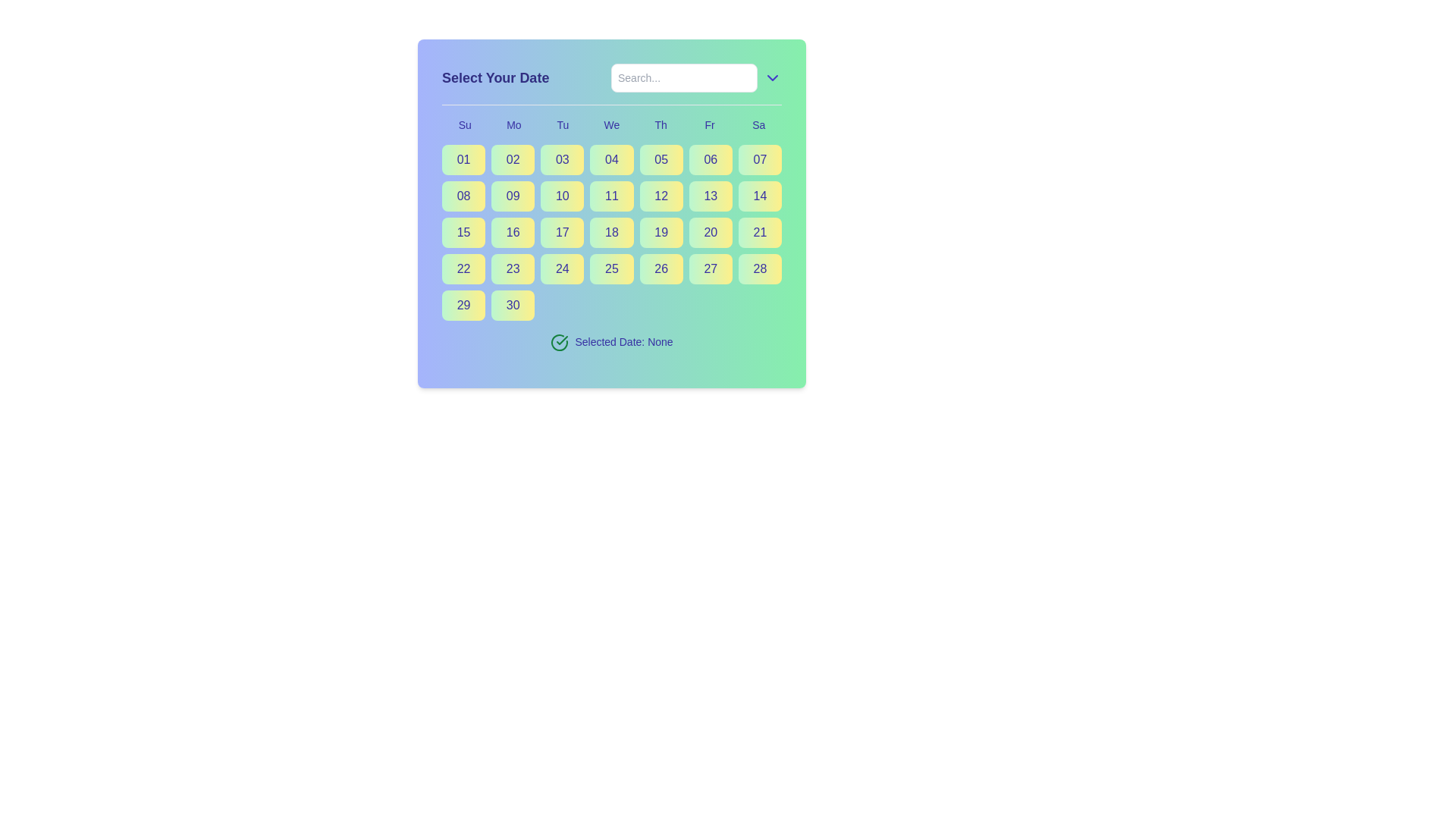  I want to click on the selectable day button representing the date '28' in the calendar interface, specifically located in the sixth position from the left in the last row, corresponding to the Saturday column, so click(760, 268).